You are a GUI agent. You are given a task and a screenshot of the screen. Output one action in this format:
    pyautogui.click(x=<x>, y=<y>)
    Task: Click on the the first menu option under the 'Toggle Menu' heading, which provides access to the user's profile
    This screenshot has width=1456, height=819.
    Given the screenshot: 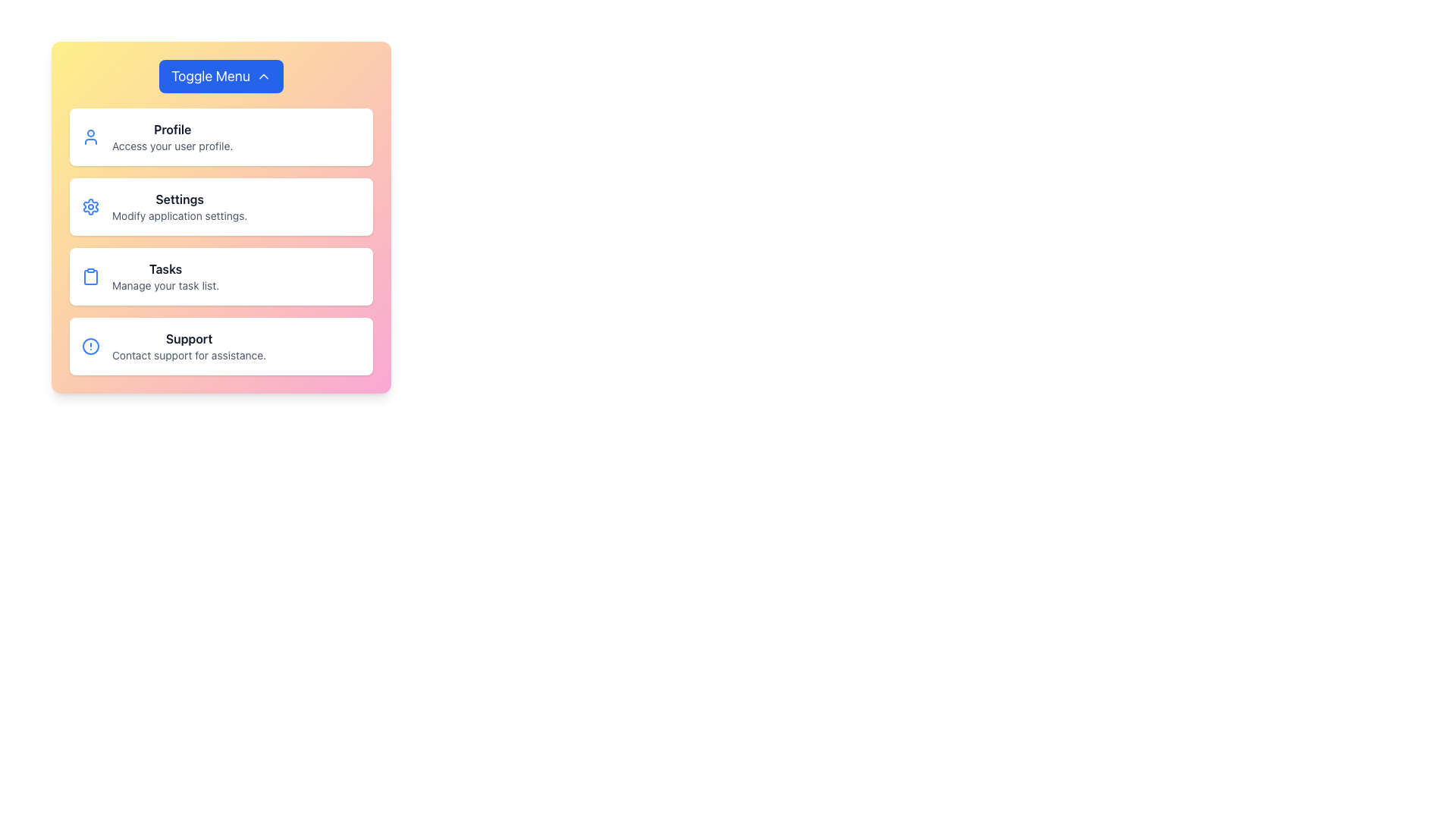 What is the action you would take?
    pyautogui.click(x=172, y=137)
    